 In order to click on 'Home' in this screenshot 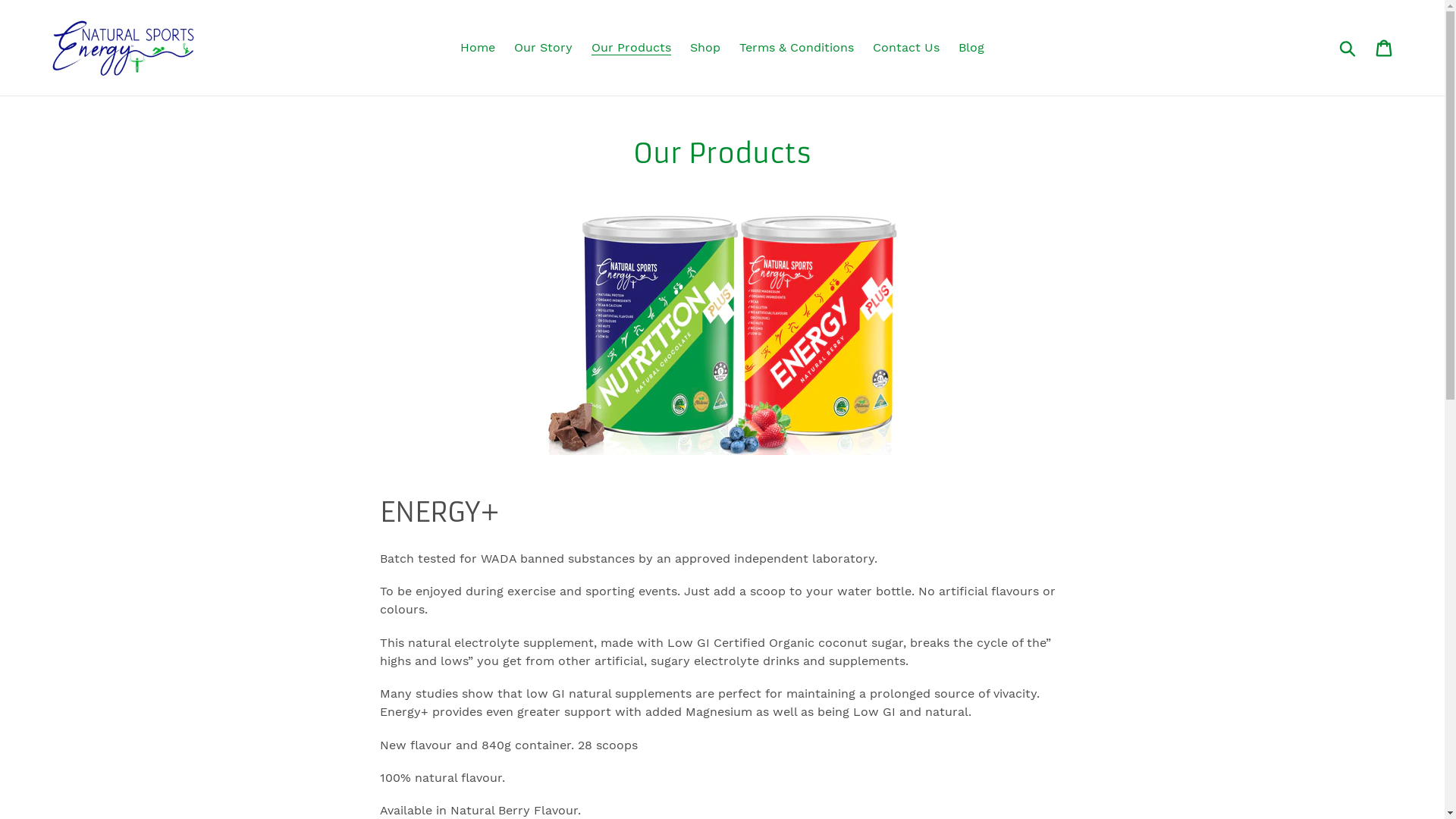, I will do `click(451, 46)`.